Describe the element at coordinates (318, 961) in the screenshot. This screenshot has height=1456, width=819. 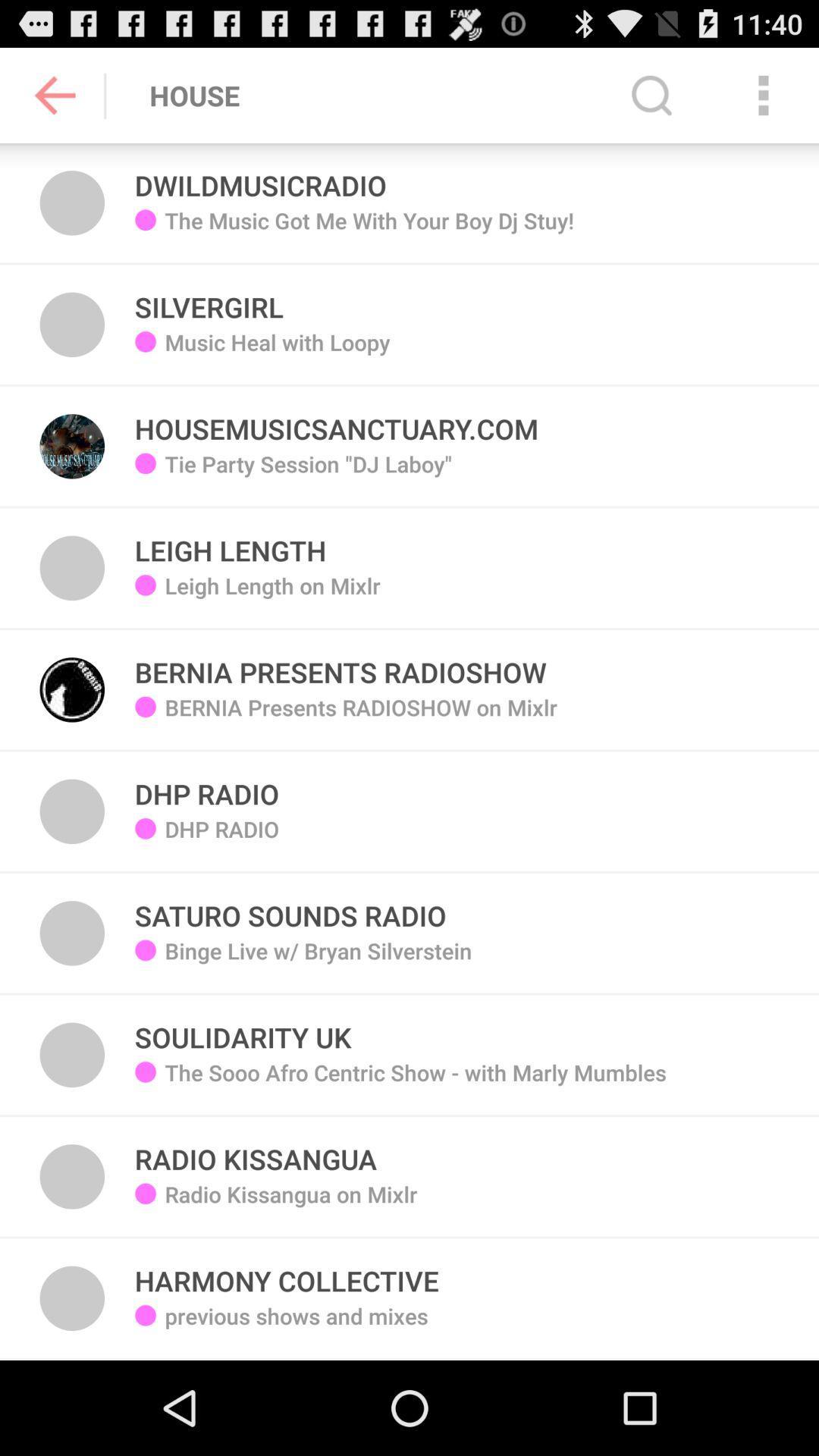
I see `binge live w` at that location.